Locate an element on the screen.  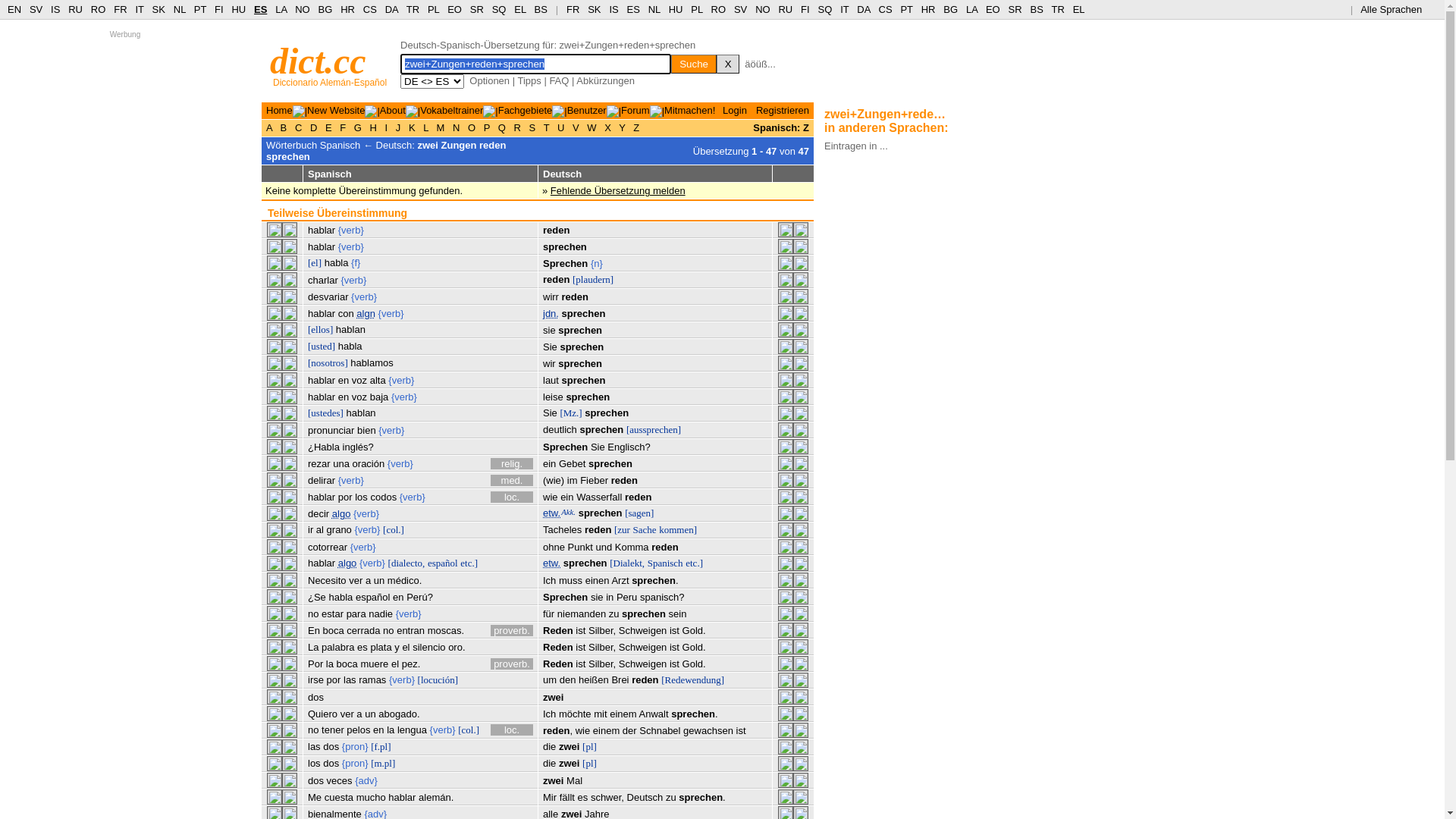
'hablan' is located at coordinates (350, 328).